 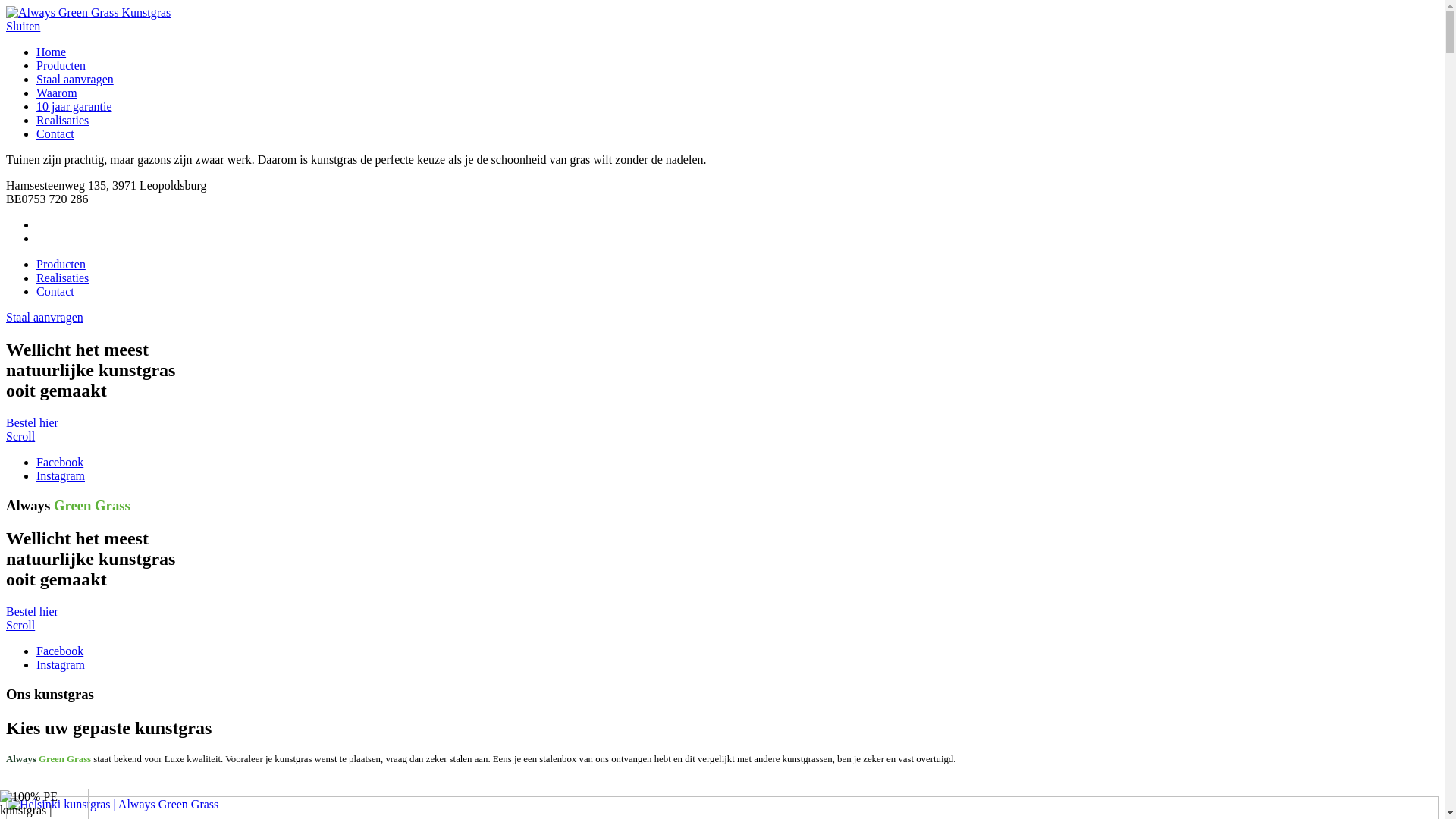 What do you see at coordinates (73, 105) in the screenshot?
I see `'10 jaar garantie'` at bounding box center [73, 105].